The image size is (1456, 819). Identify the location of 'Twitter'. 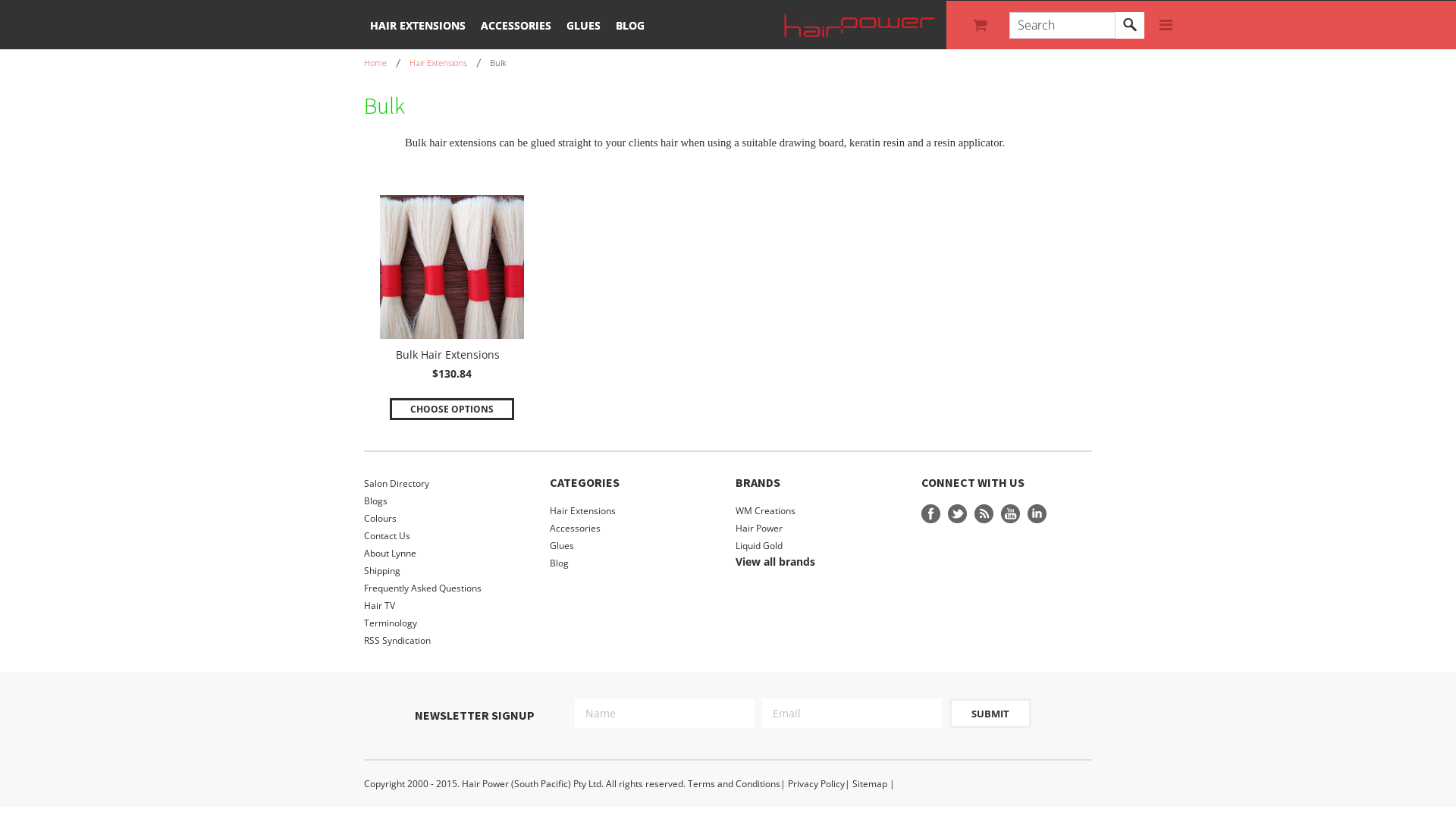
(956, 513).